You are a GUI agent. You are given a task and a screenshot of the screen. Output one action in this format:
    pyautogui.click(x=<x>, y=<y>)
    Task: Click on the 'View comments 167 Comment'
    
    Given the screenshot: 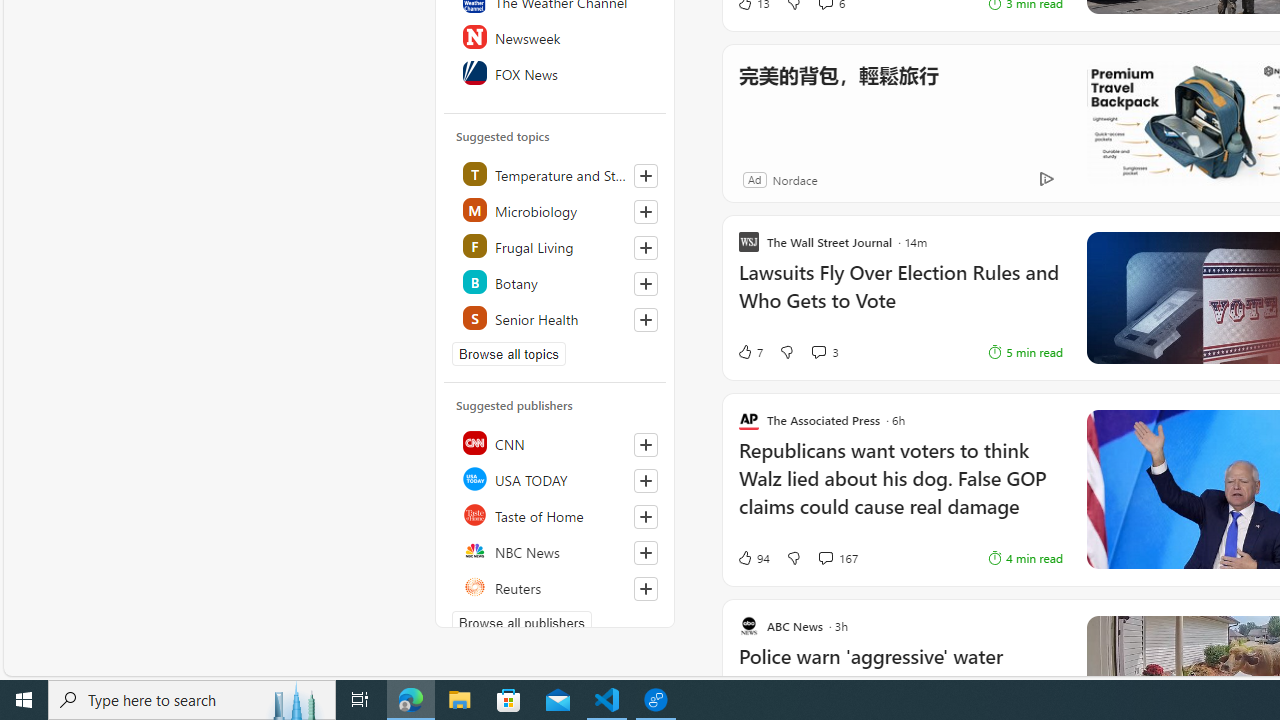 What is the action you would take?
    pyautogui.click(x=837, y=558)
    